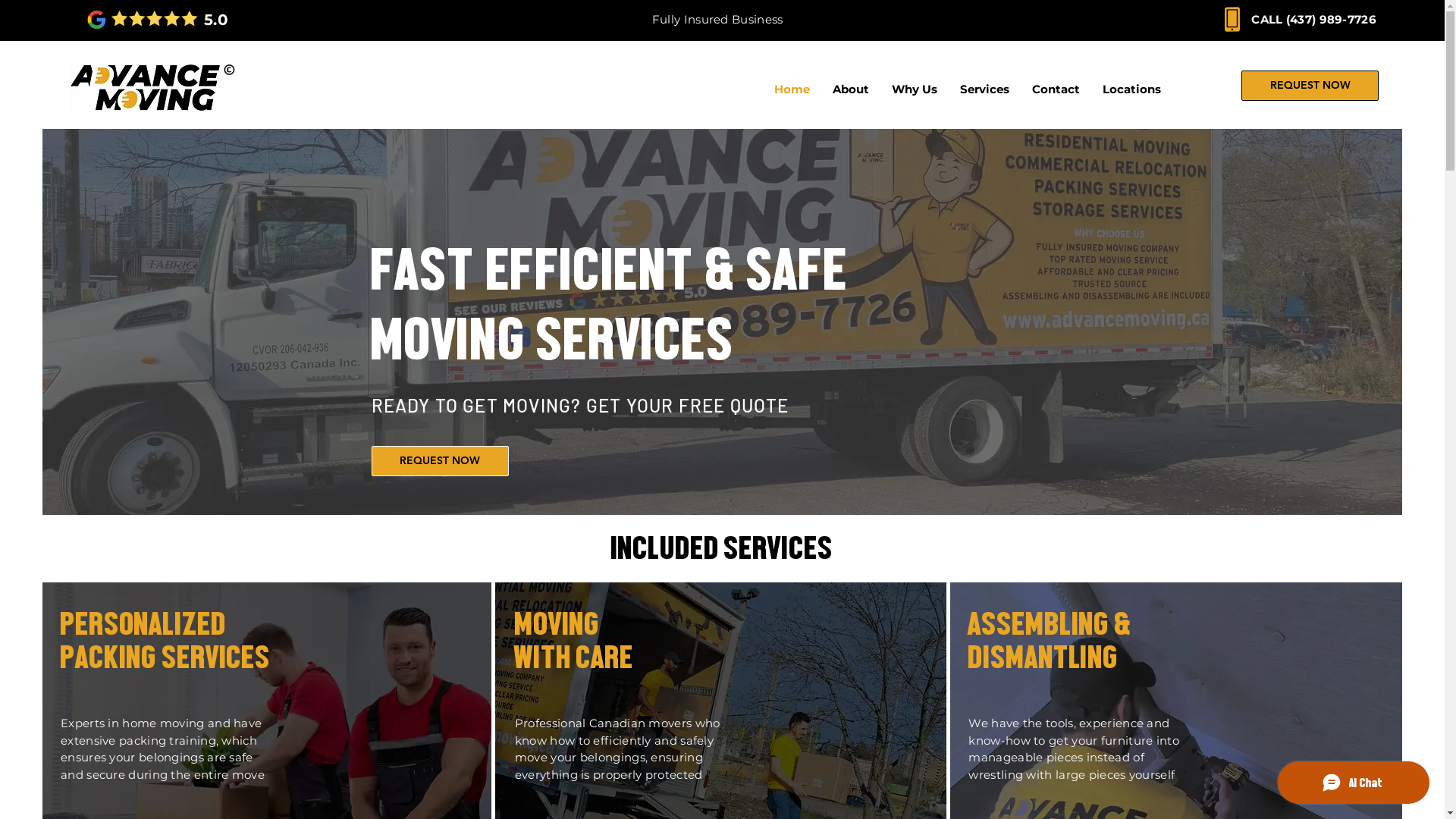 This screenshot has width=1456, height=819. What do you see at coordinates (791, 89) in the screenshot?
I see `'Home'` at bounding box center [791, 89].